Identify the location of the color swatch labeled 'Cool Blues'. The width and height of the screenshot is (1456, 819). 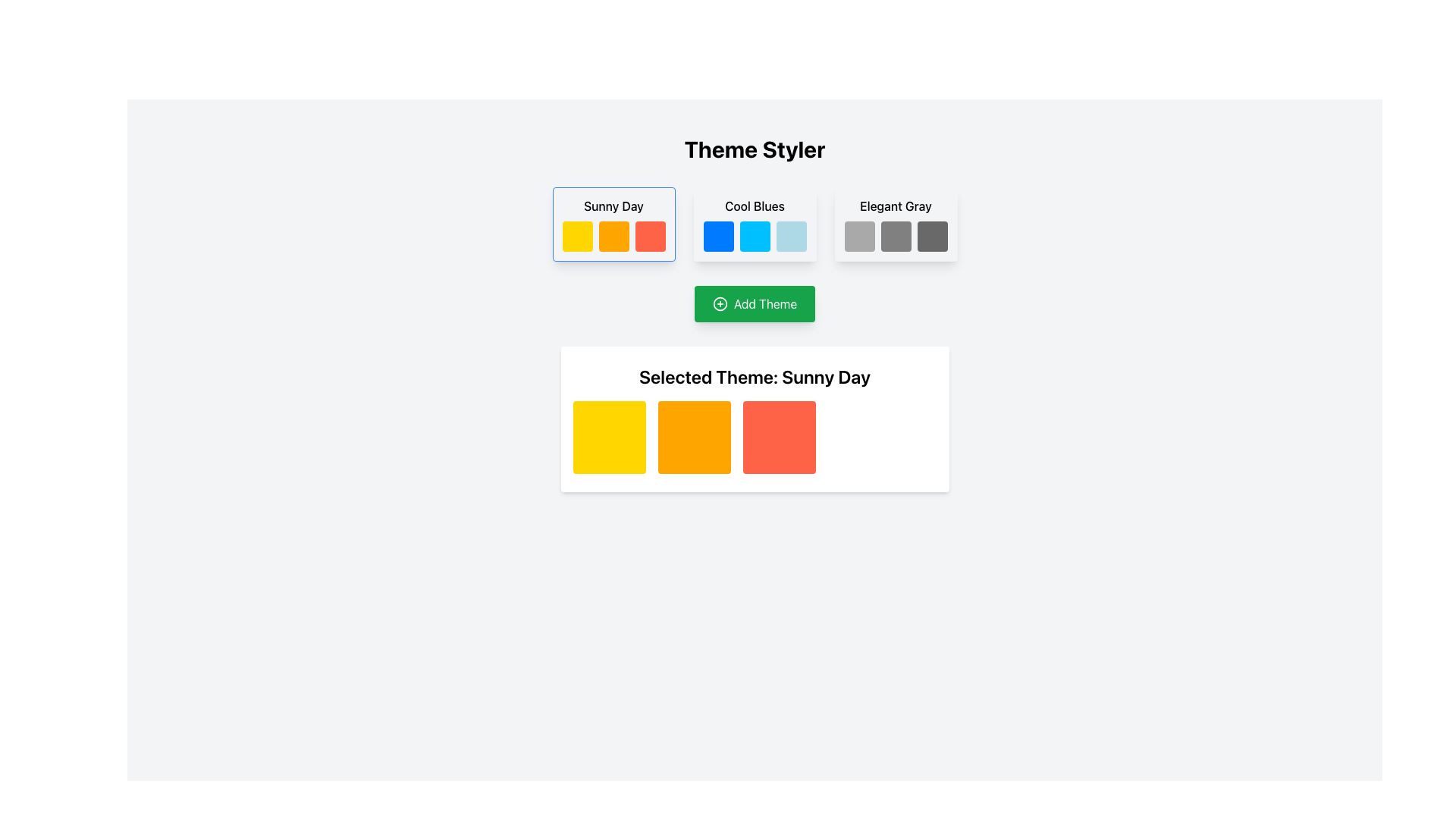
(755, 237).